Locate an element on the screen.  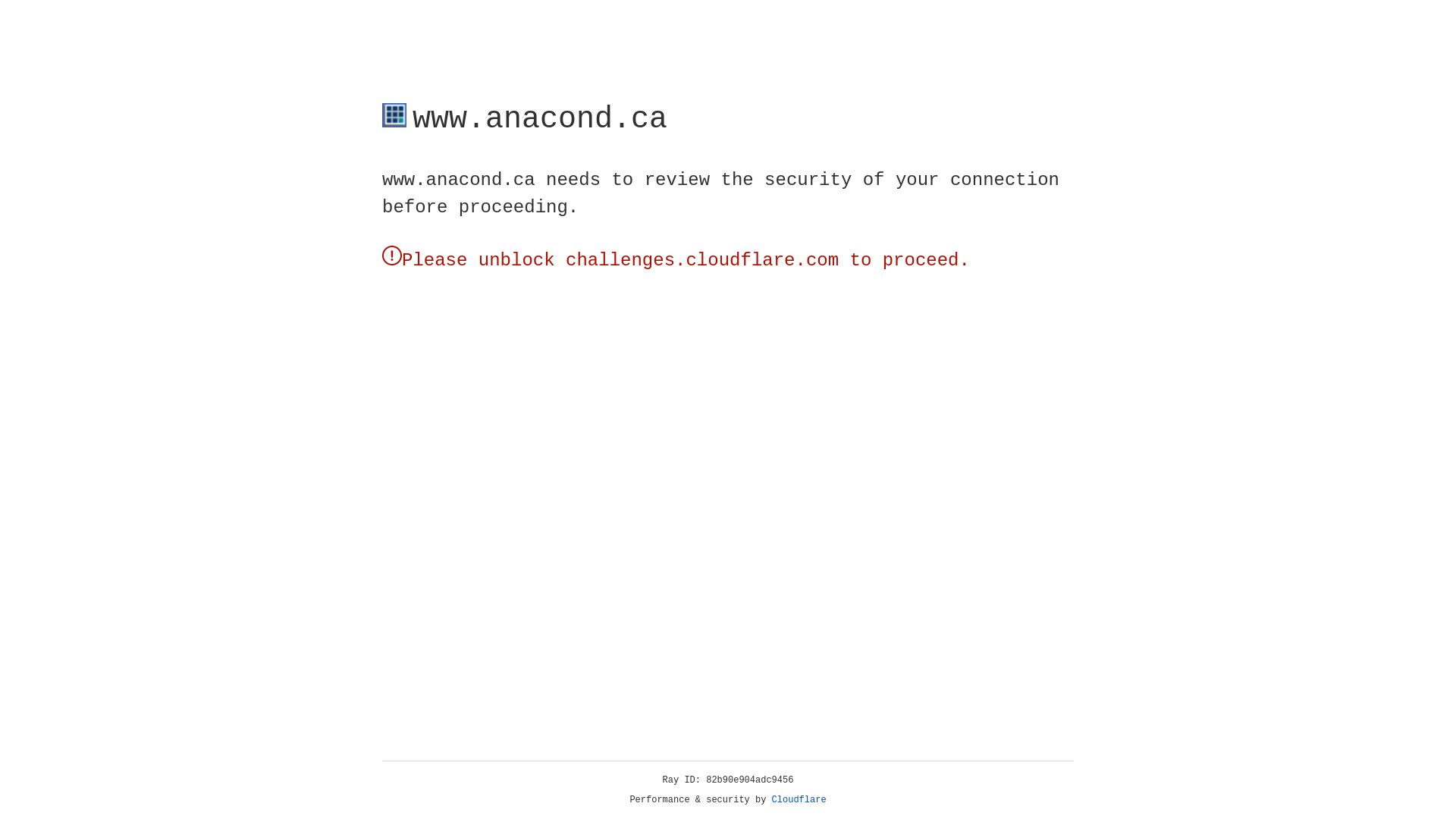
'Cloudflare' is located at coordinates (799, 799).